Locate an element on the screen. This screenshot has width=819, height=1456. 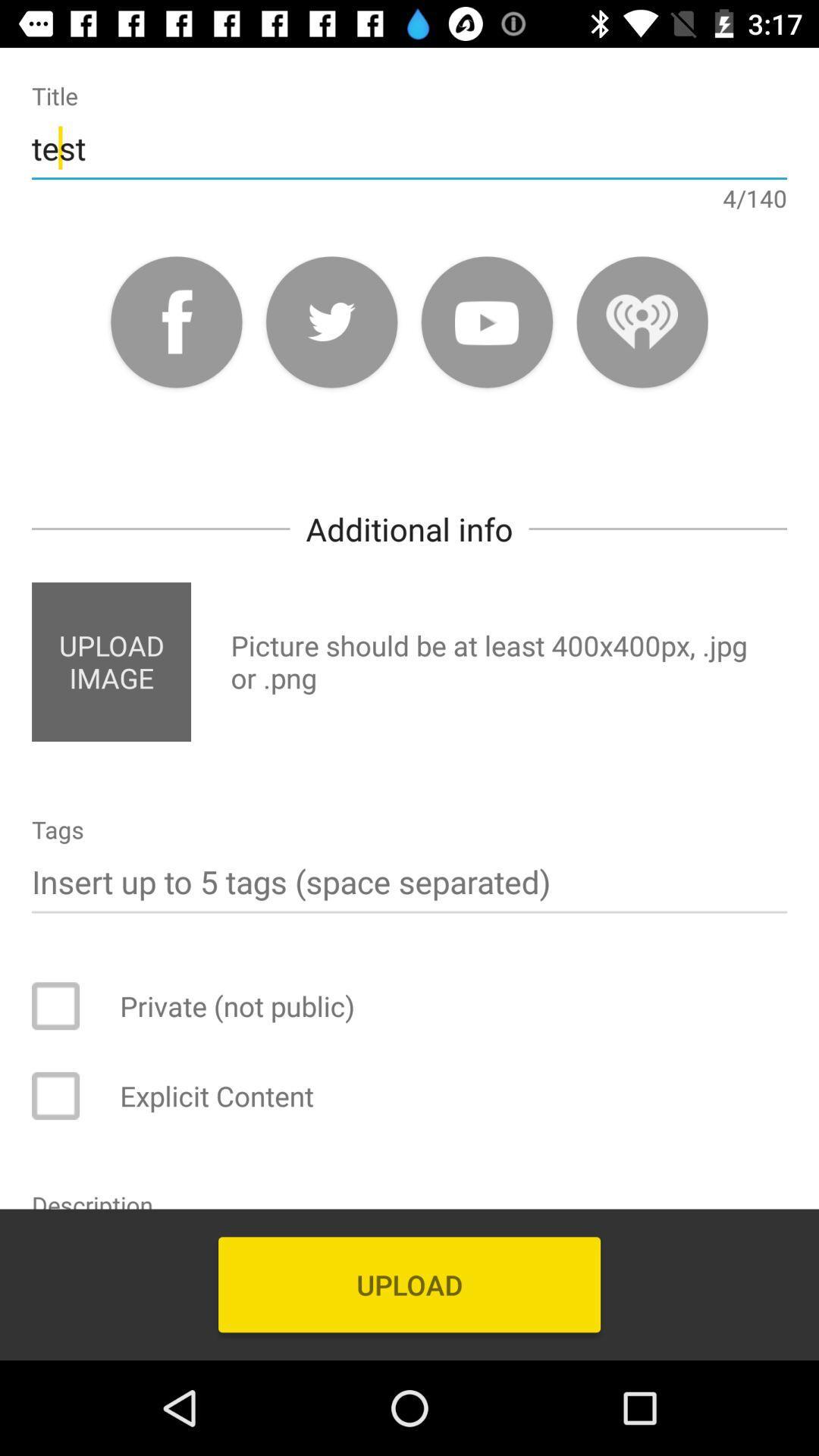
explain the content is located at coordinates (65, 1096).